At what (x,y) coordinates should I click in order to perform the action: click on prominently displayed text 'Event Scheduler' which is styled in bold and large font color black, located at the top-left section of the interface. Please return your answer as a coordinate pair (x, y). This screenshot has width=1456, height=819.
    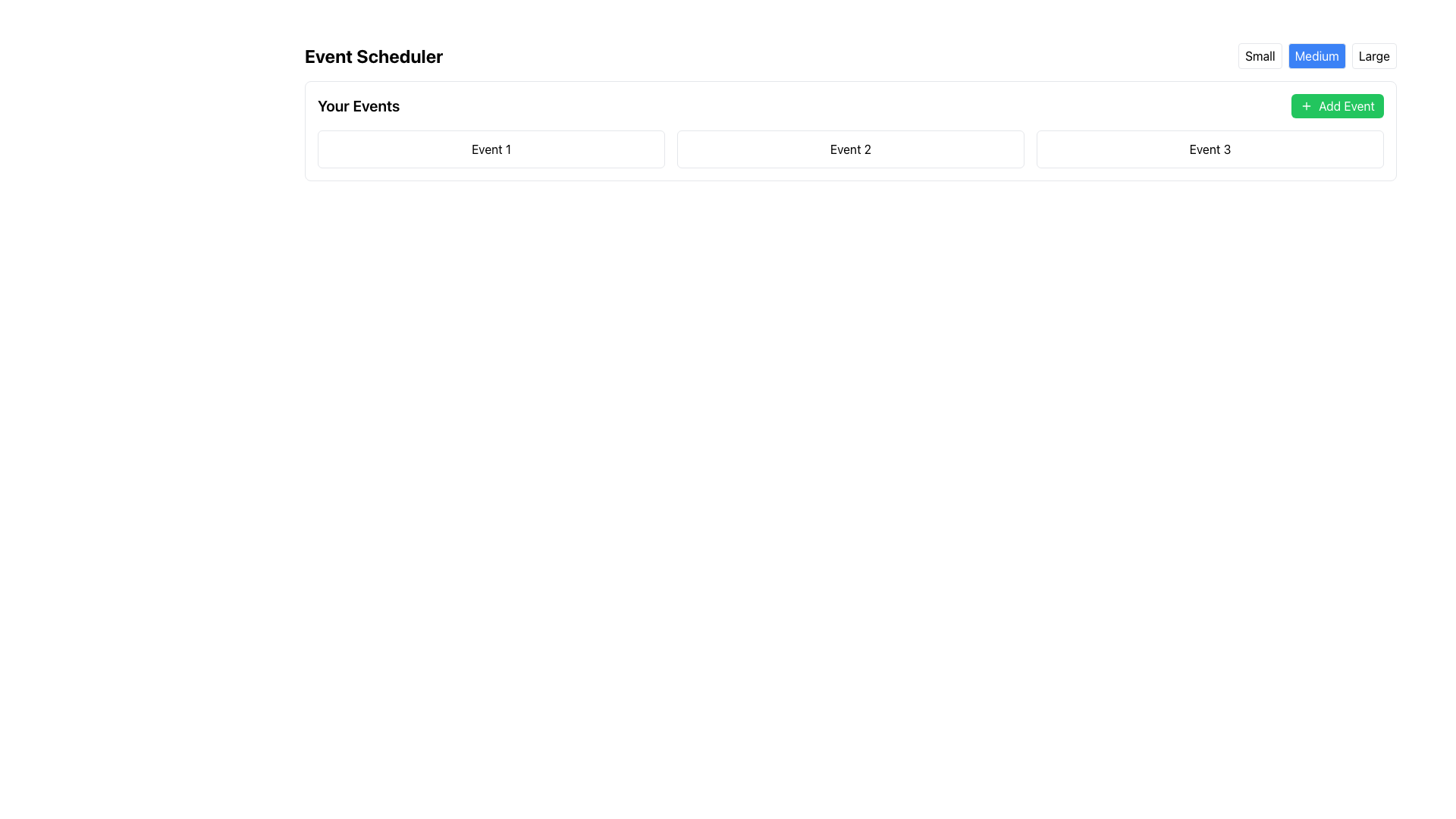
    Looking at the image, I should click on (374, 55).